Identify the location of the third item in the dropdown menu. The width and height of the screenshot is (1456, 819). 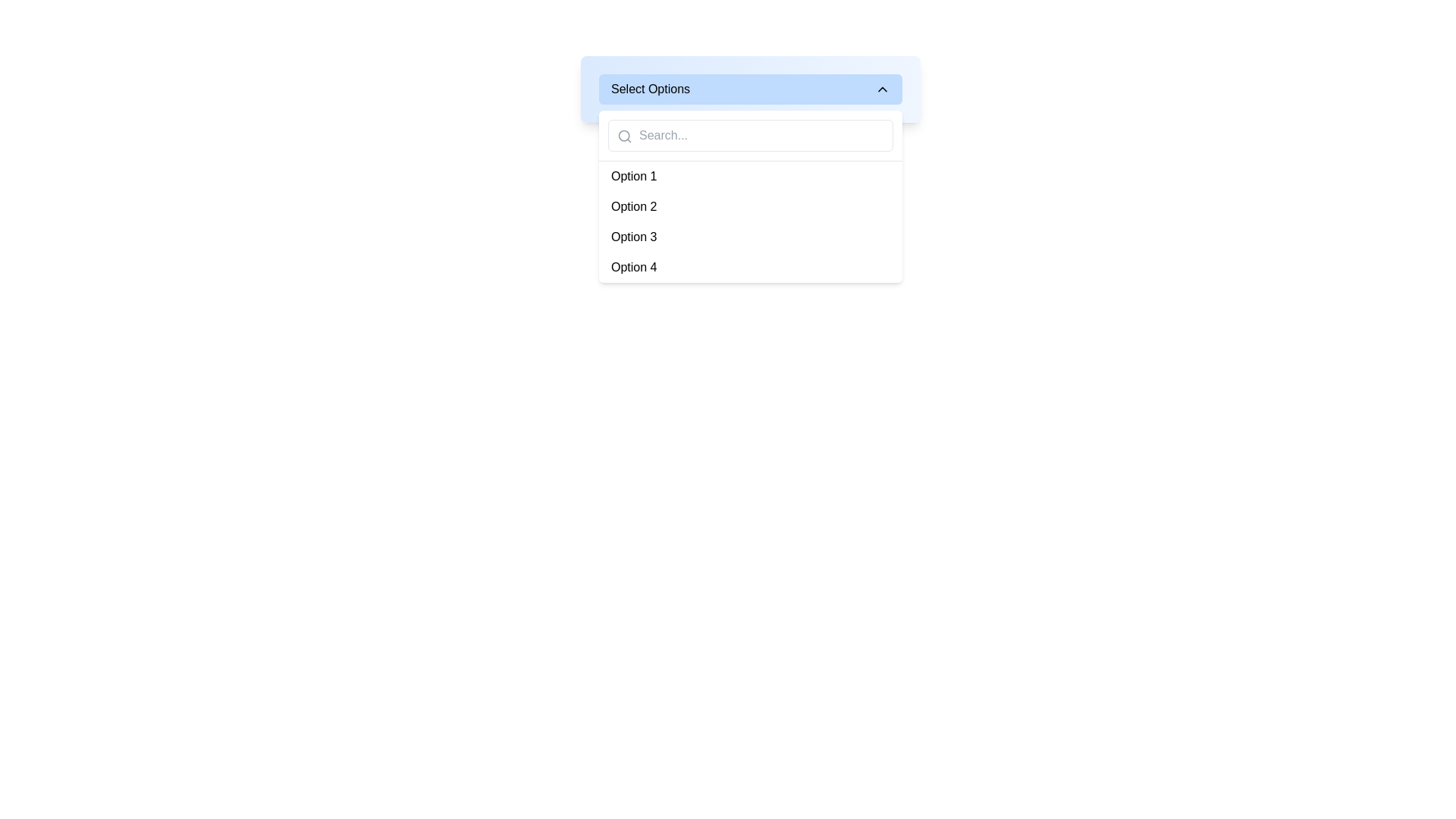
(750, 237).